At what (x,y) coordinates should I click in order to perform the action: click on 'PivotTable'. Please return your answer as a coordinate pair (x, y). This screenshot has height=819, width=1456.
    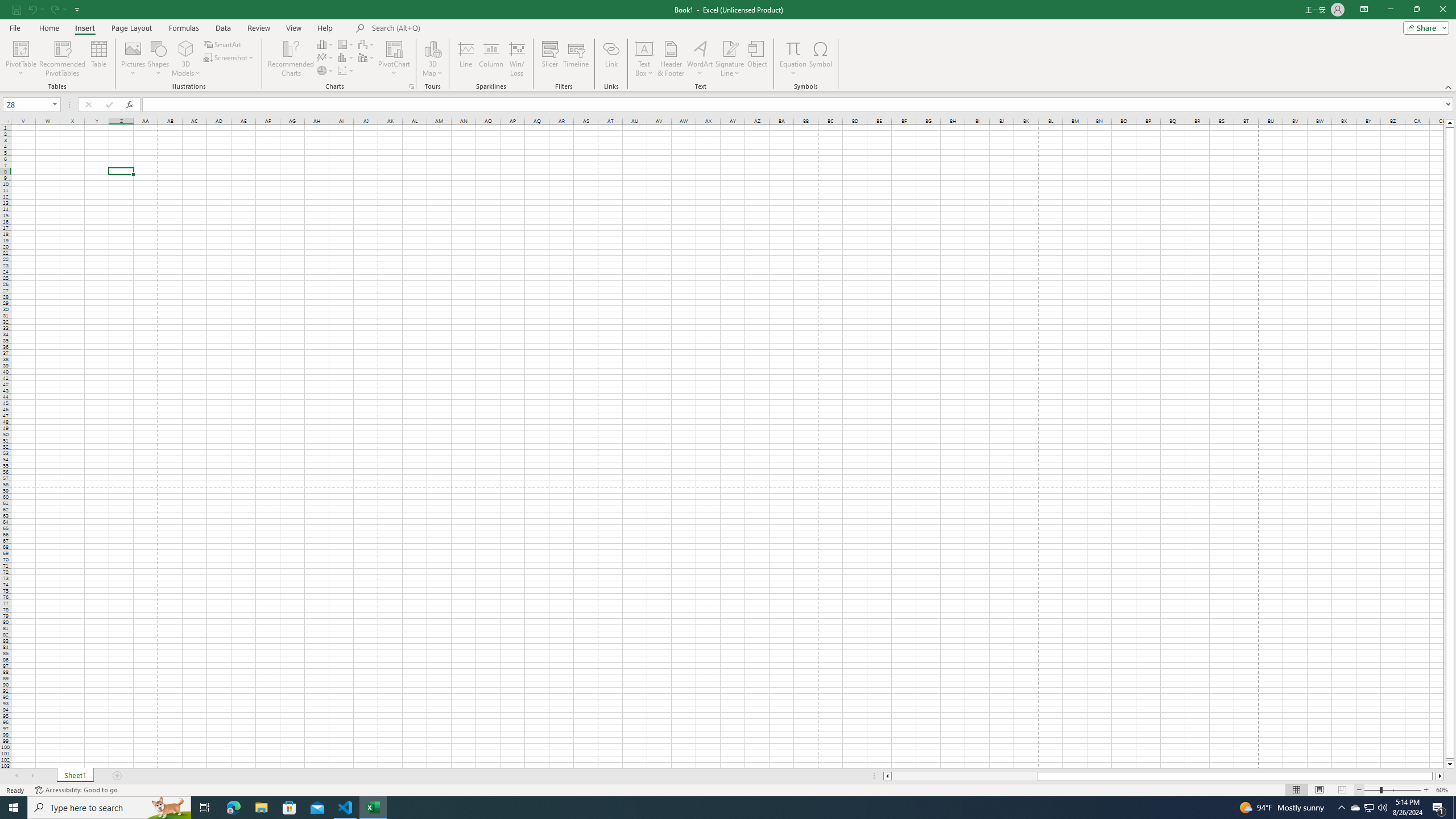
    Looking at the image, I should click on (20, 59).